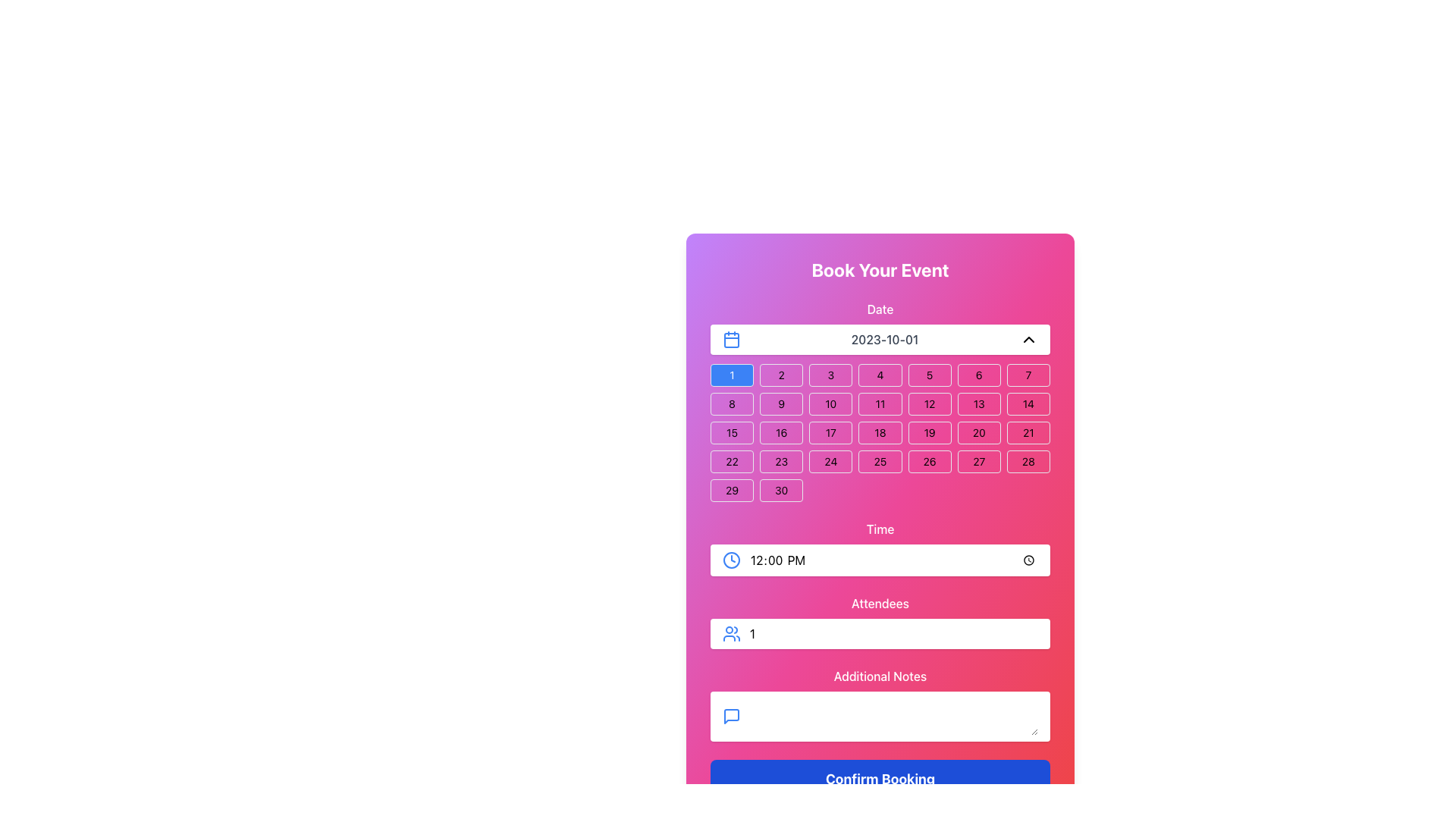 The height and width of the screenshot is (819, 1456). I want to click on the selectable date button representing the 25th day of the month in the calendar interface, so click(880, 461).